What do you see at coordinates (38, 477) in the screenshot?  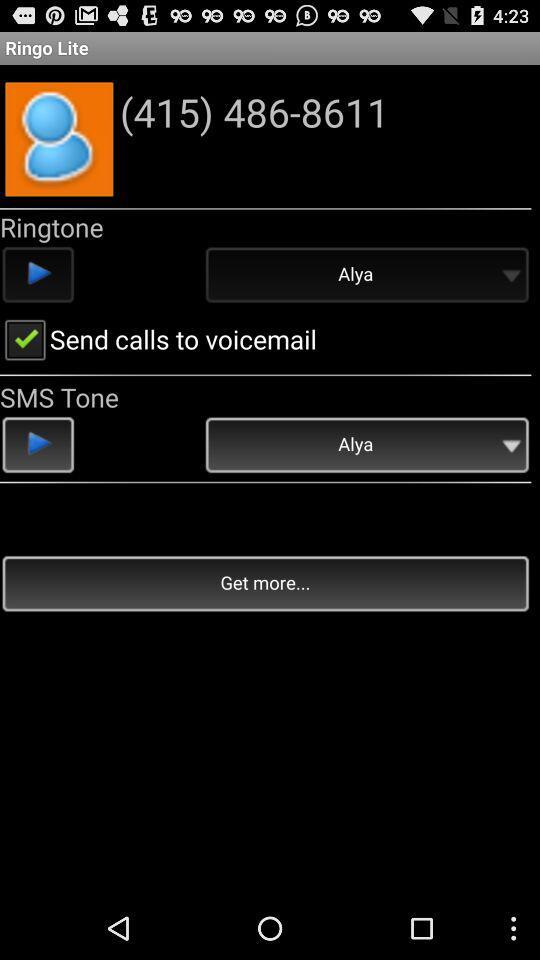 I see `the play icon` at bounding box center [38, 477].